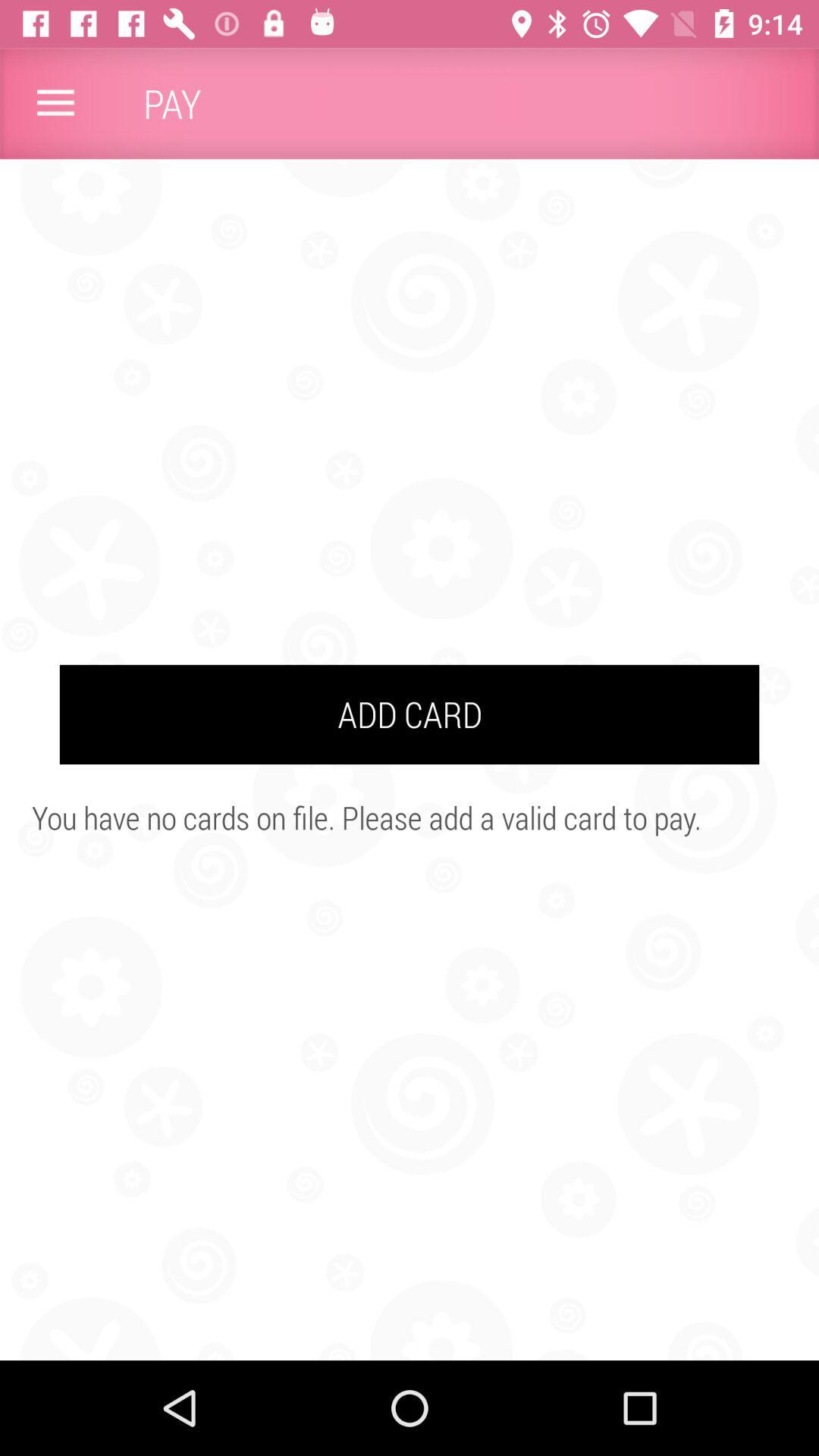  What do you see at coordinates (55, 102) in the screenshot?
I see `the item next to the pay` at bounding box center [55, 102].